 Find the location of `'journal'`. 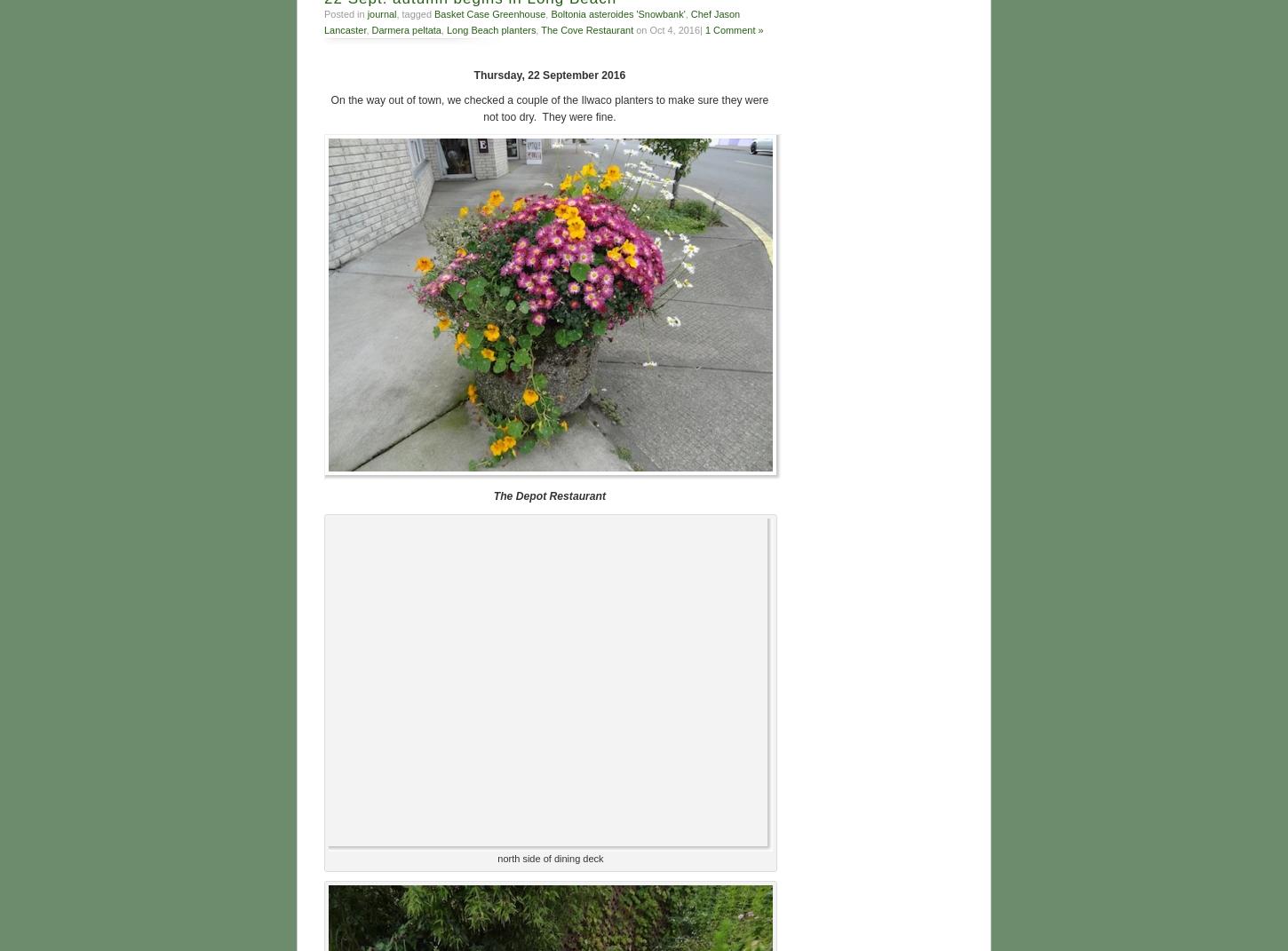

'journal' is located at coordinates (380, 12).